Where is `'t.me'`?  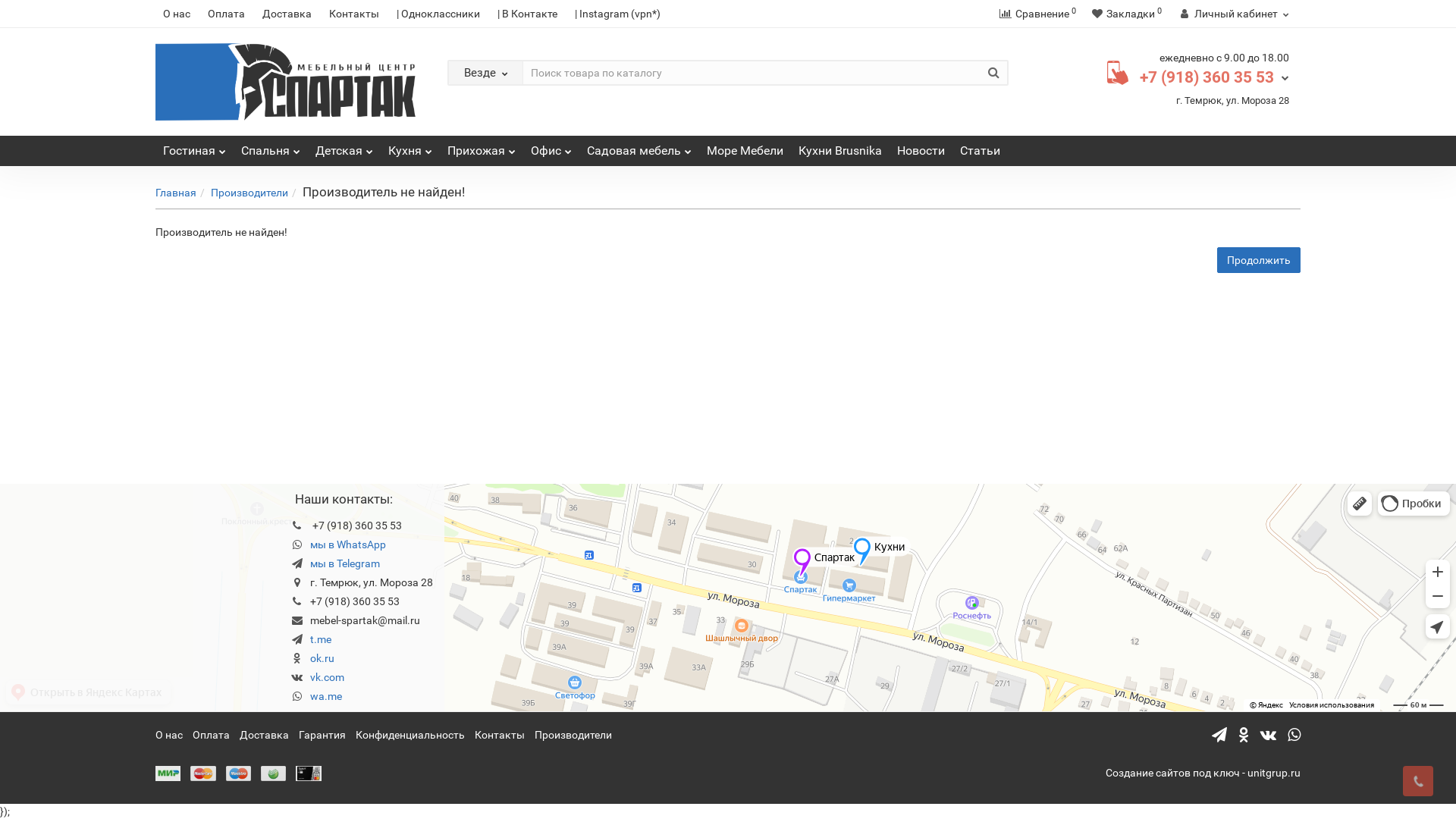
't.me' is located at coordinates (319, 639).